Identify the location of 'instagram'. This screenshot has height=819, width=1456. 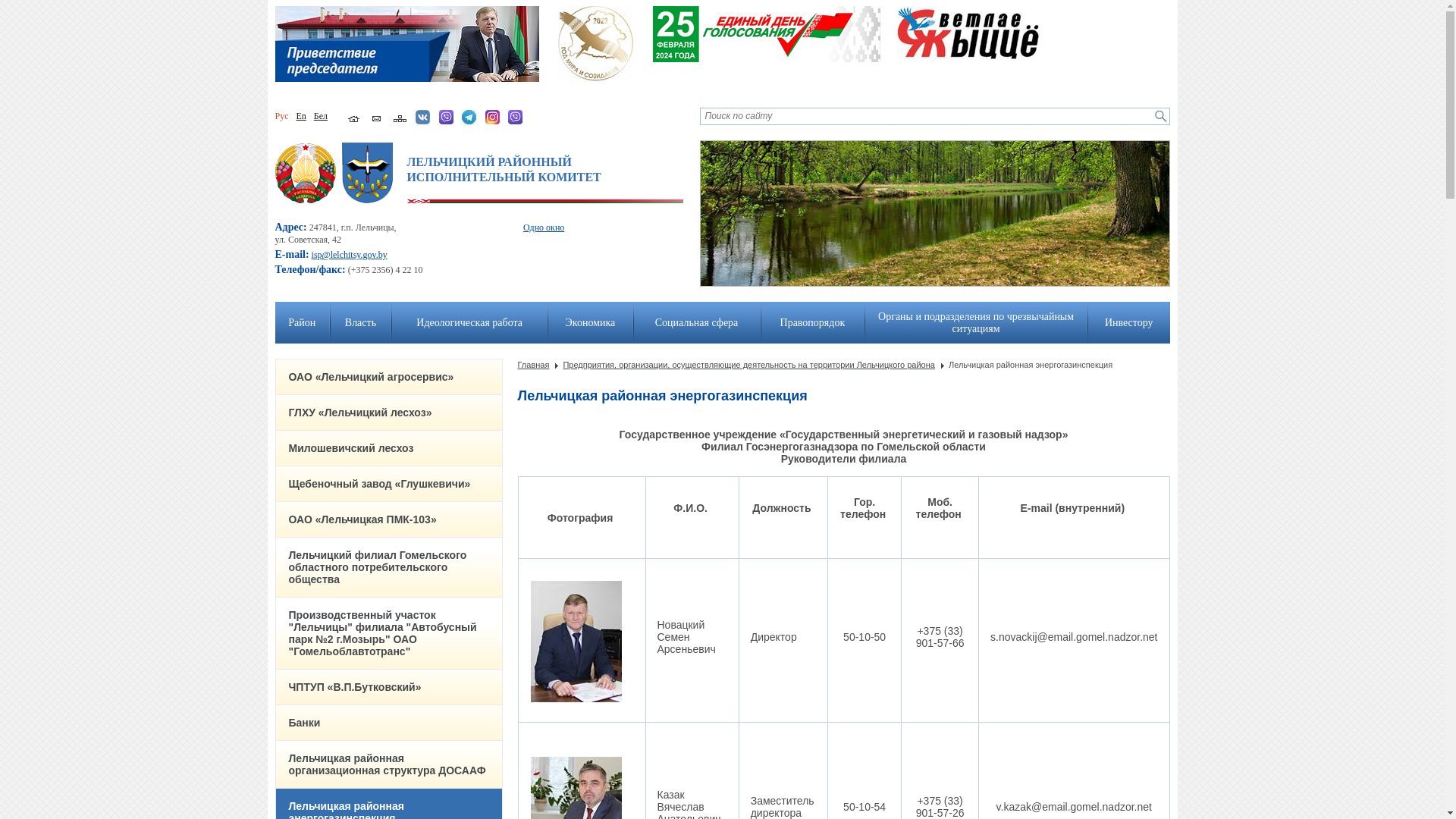
(492, 121).